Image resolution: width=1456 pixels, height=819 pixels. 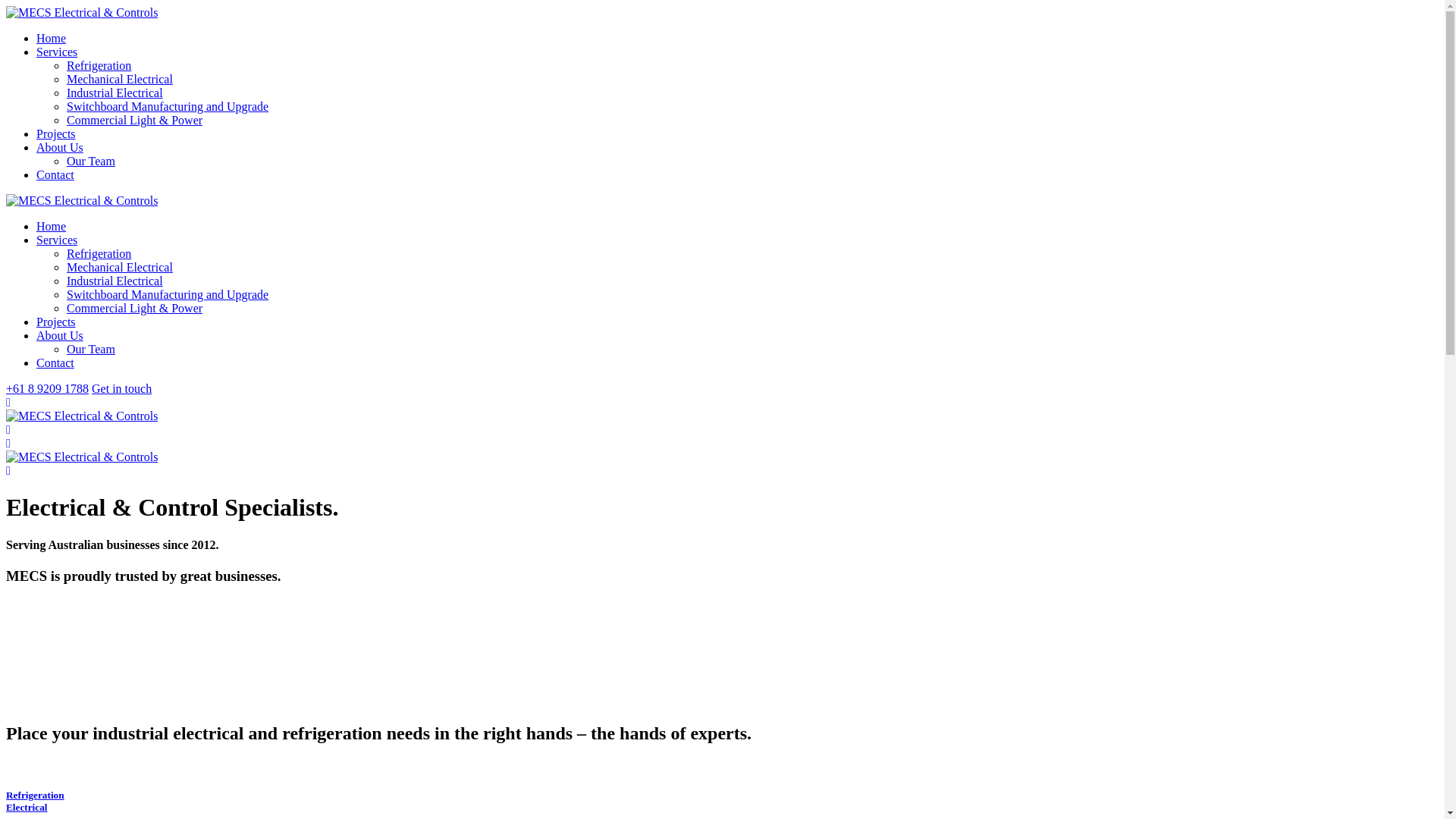 I want to click on 'About Us', so click(x=59, y=147).